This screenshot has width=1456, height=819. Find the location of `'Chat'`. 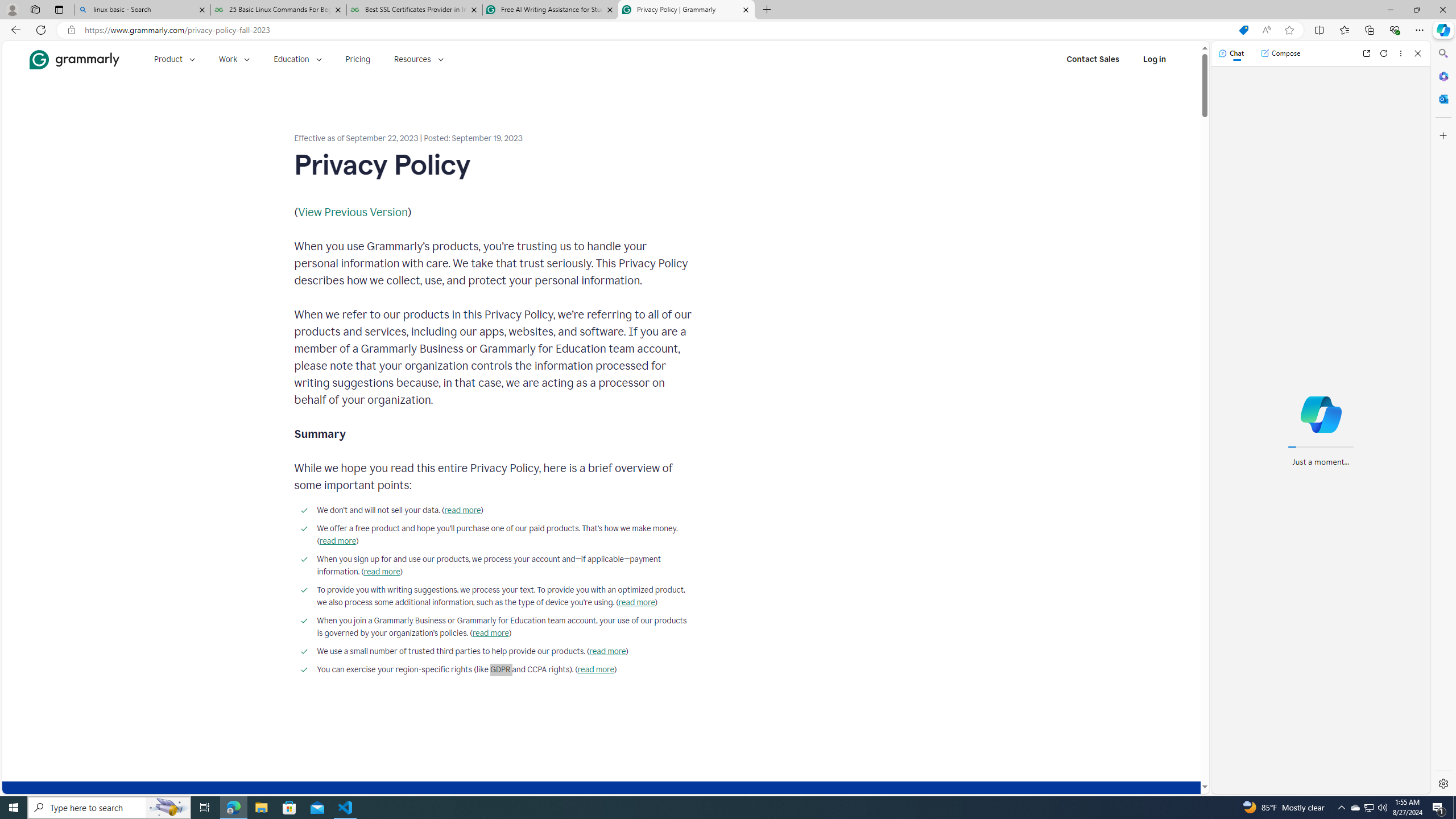

'Chat' is located at coordinates (1231, 52).